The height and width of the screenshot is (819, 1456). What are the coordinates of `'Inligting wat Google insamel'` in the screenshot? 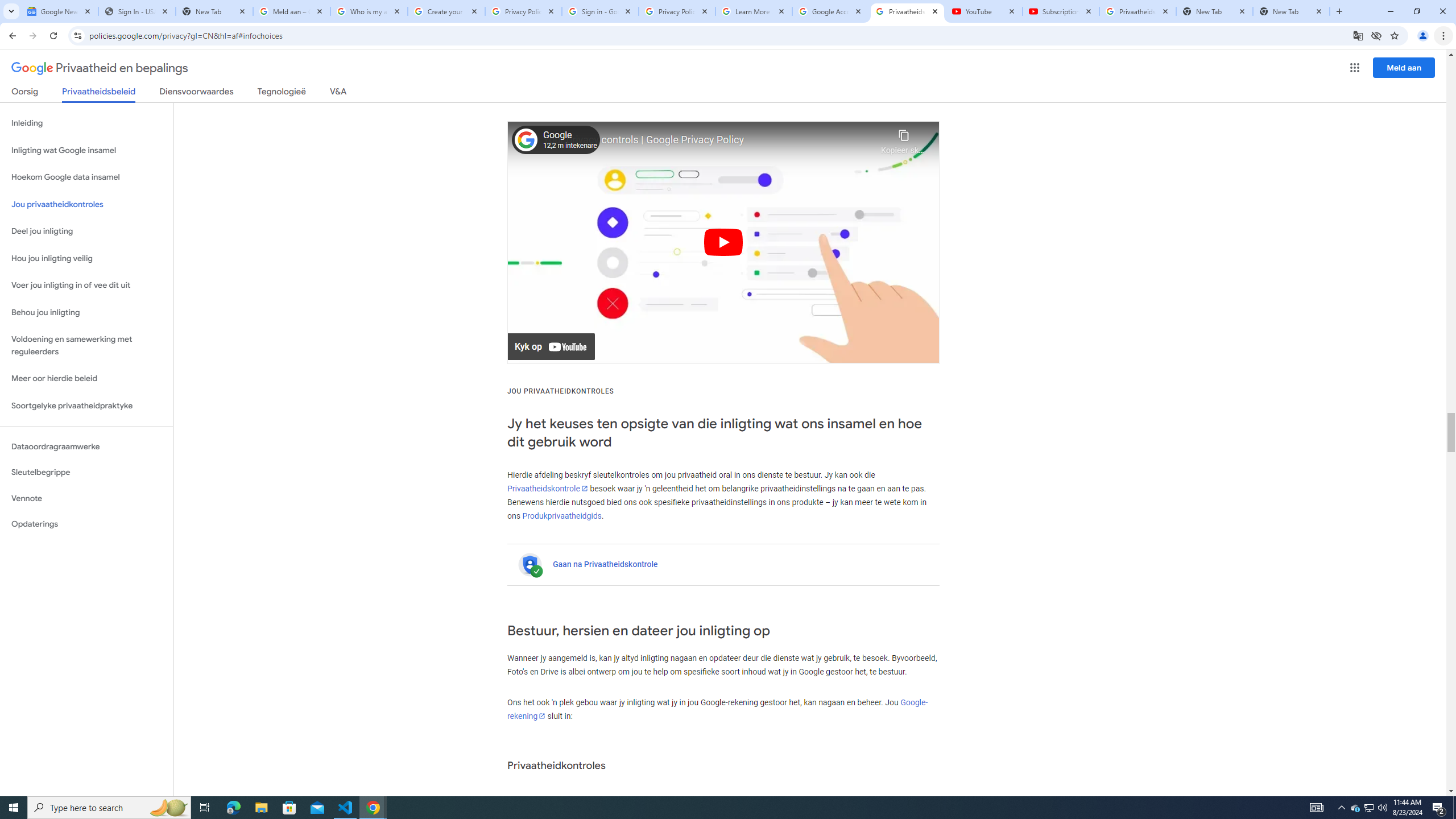 It's located at (86, 150).